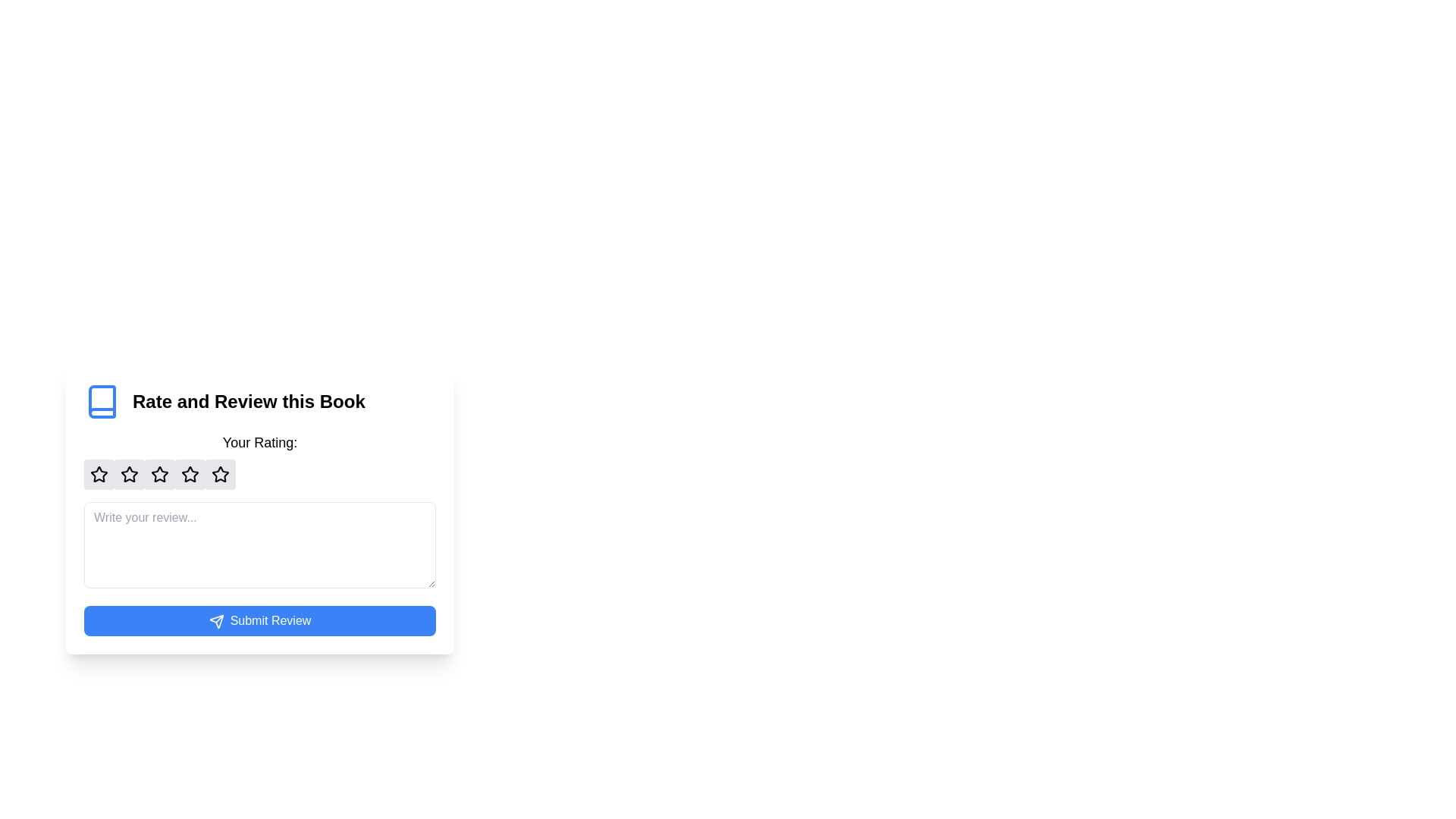 The width and height of the screenshot is (1456, 819). What do you see at coordinates (130, 473) in the screenshot?
I see `the second star rating button in the row below the 'Your Rating:' label` at bounding box center [130, 473].